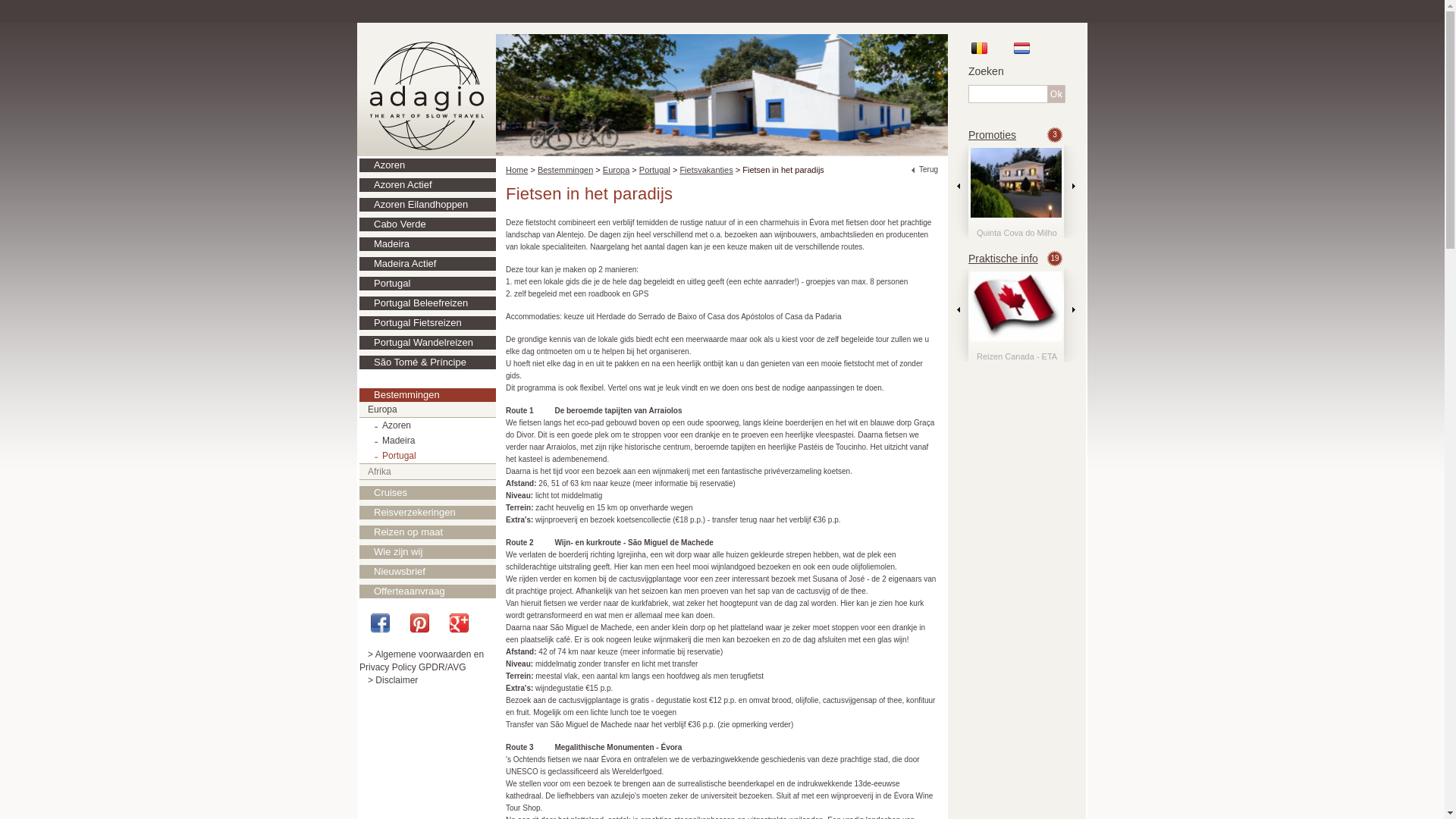  Describe the element at coordinates (1003, 257) in the screenshot. I see `'Praktische info'` at that location.